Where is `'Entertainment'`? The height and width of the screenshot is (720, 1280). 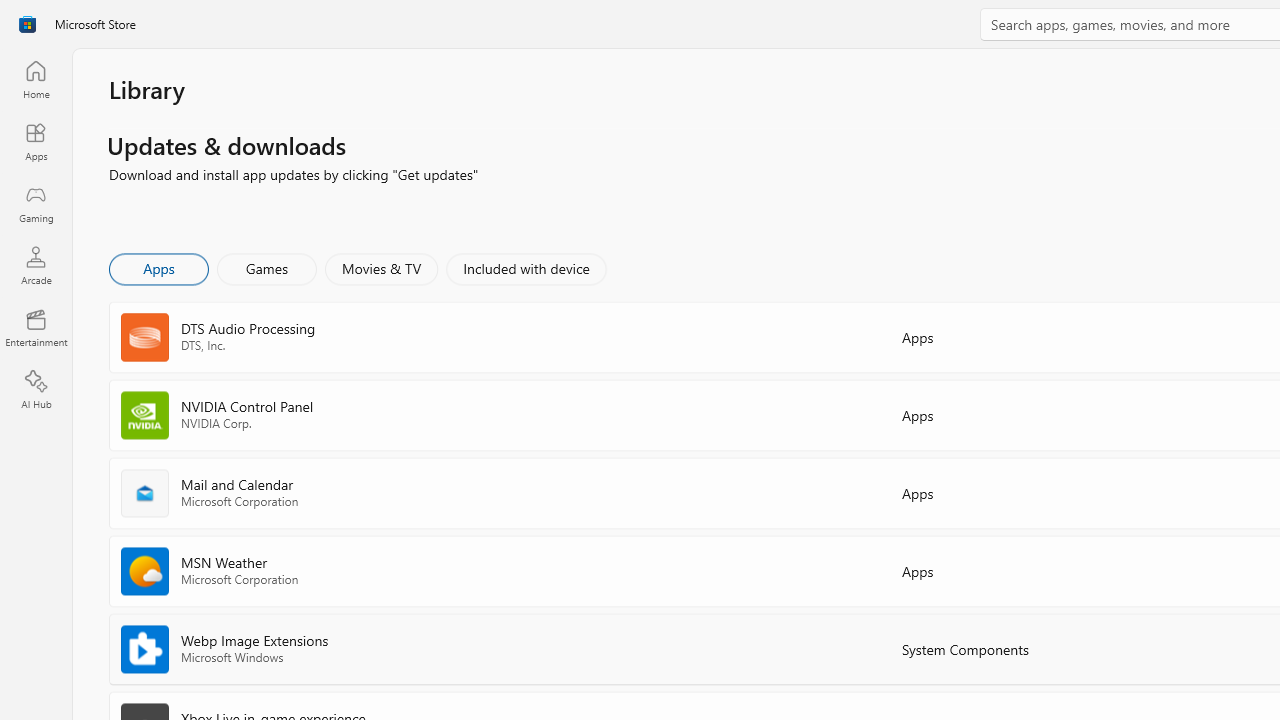
'Entertainment' is located at coordinates (35, 326).